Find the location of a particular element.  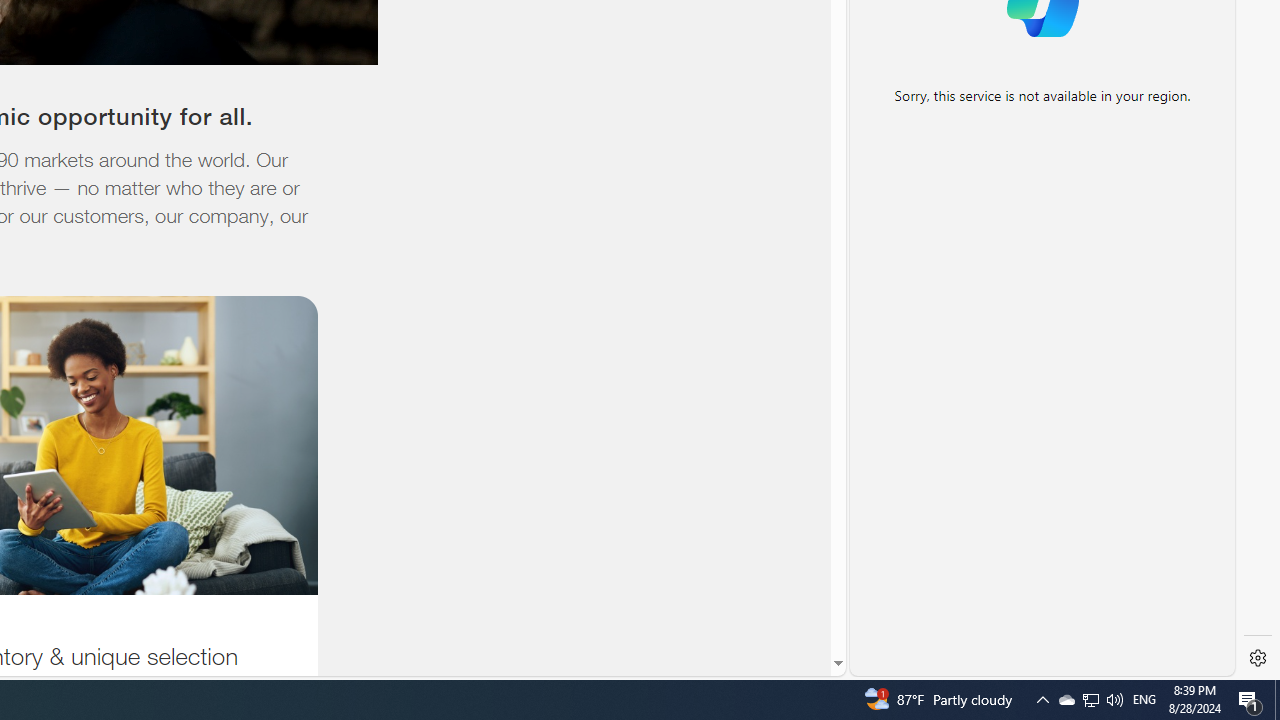

'Settings' is located at coordinates (1257, 658).